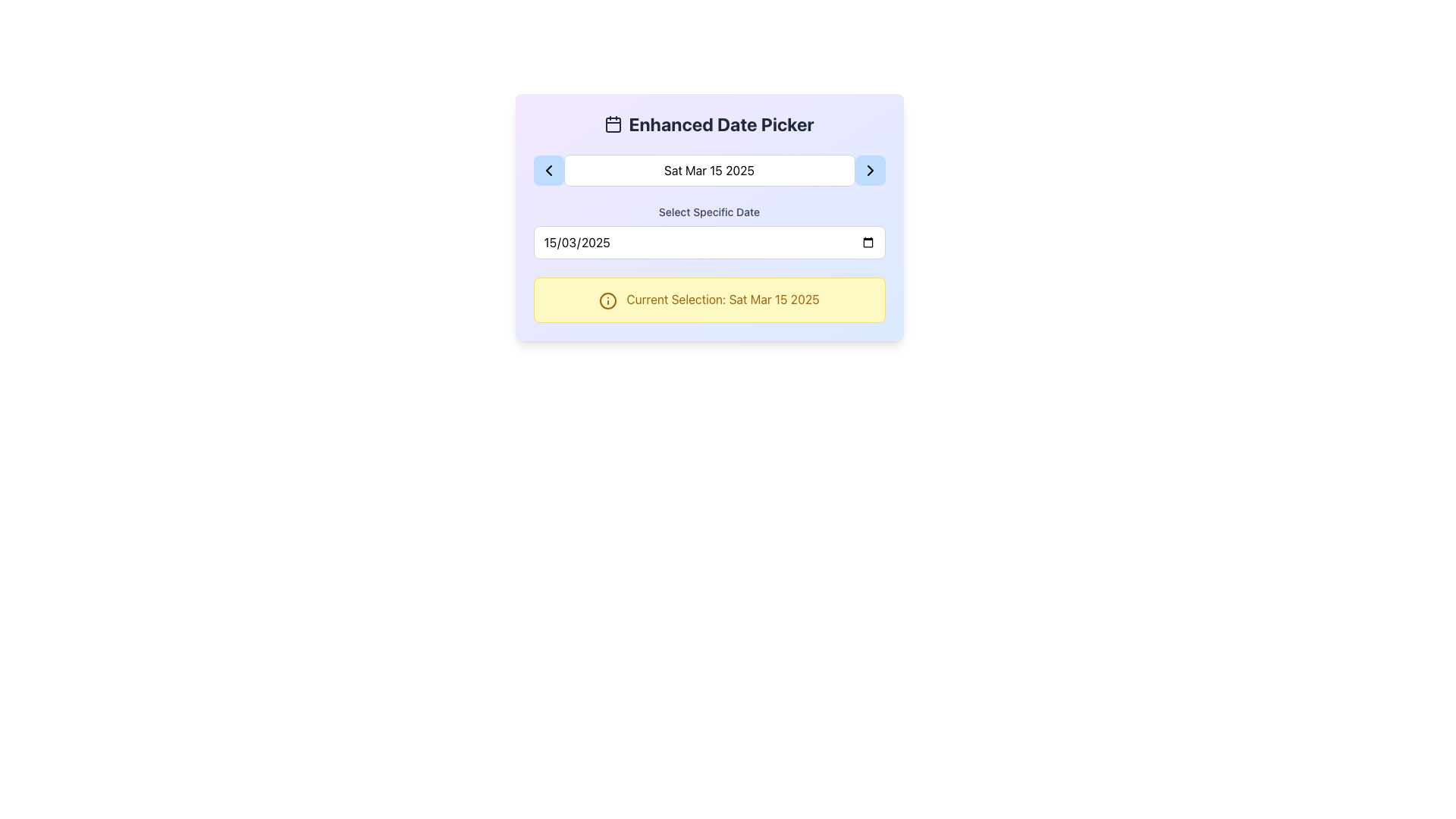 The height and width of the screenshot is (819, 1456). I want to click on the decorative calendar icon located to the left of the header text 'Enhanced Date Picker' in the top section of the date picker widget, so click(613, 124).